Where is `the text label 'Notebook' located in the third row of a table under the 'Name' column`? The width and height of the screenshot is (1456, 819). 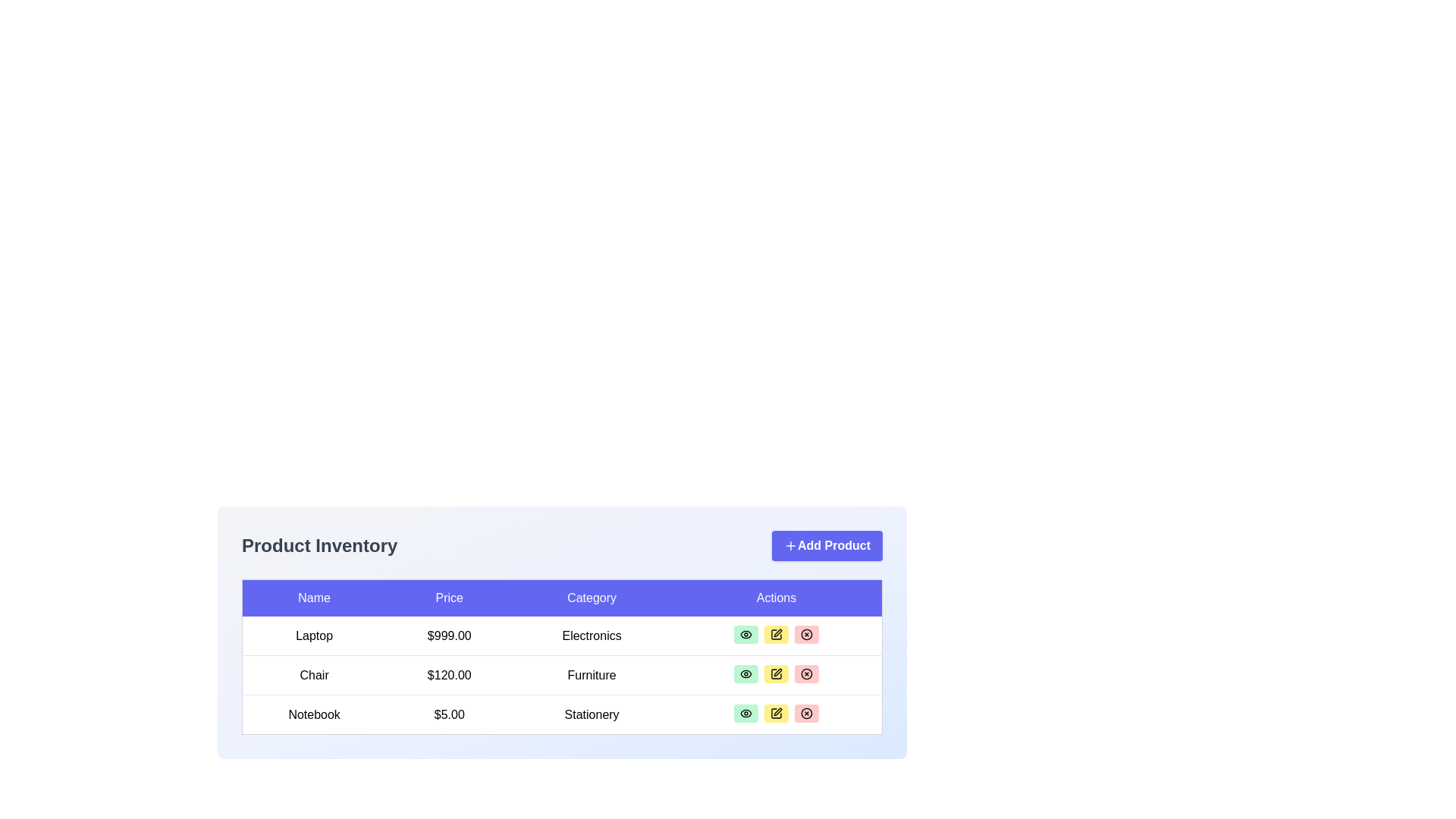 the text label 'Notebook' located in the third row of a table under the 'Name' column is located at coordinates (313, 714).